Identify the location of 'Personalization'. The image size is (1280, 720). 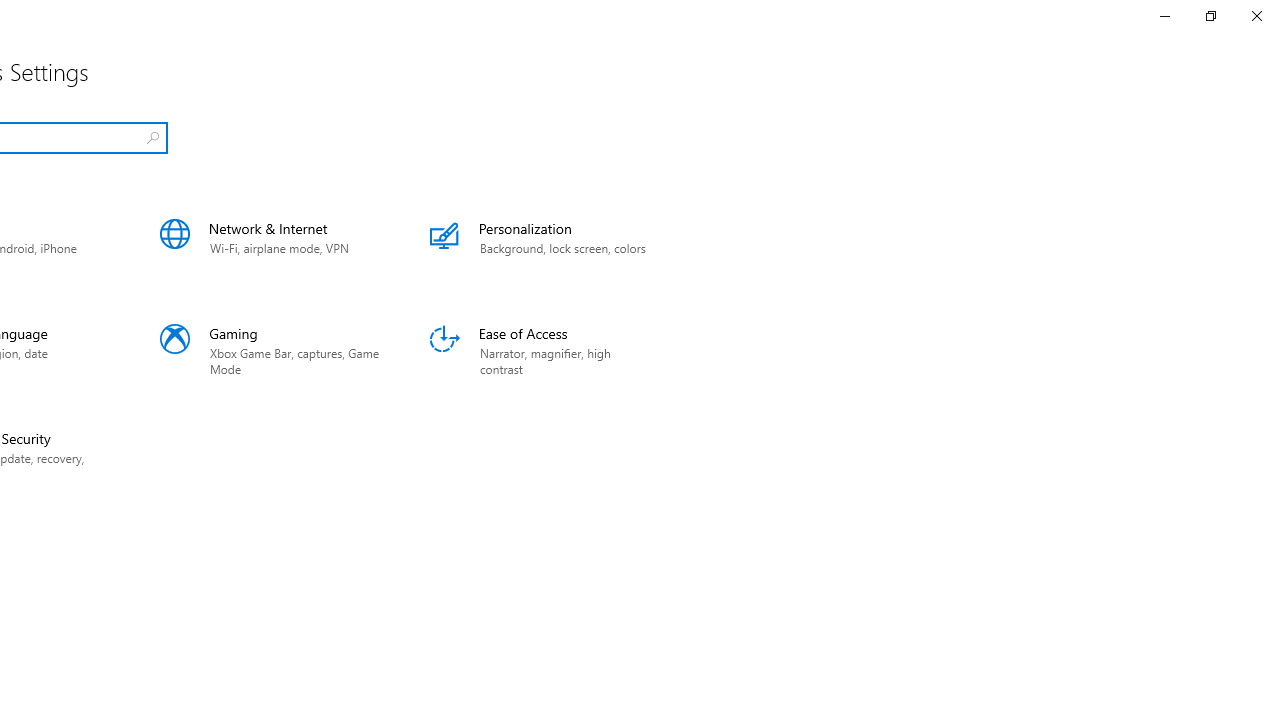
(540, 245).